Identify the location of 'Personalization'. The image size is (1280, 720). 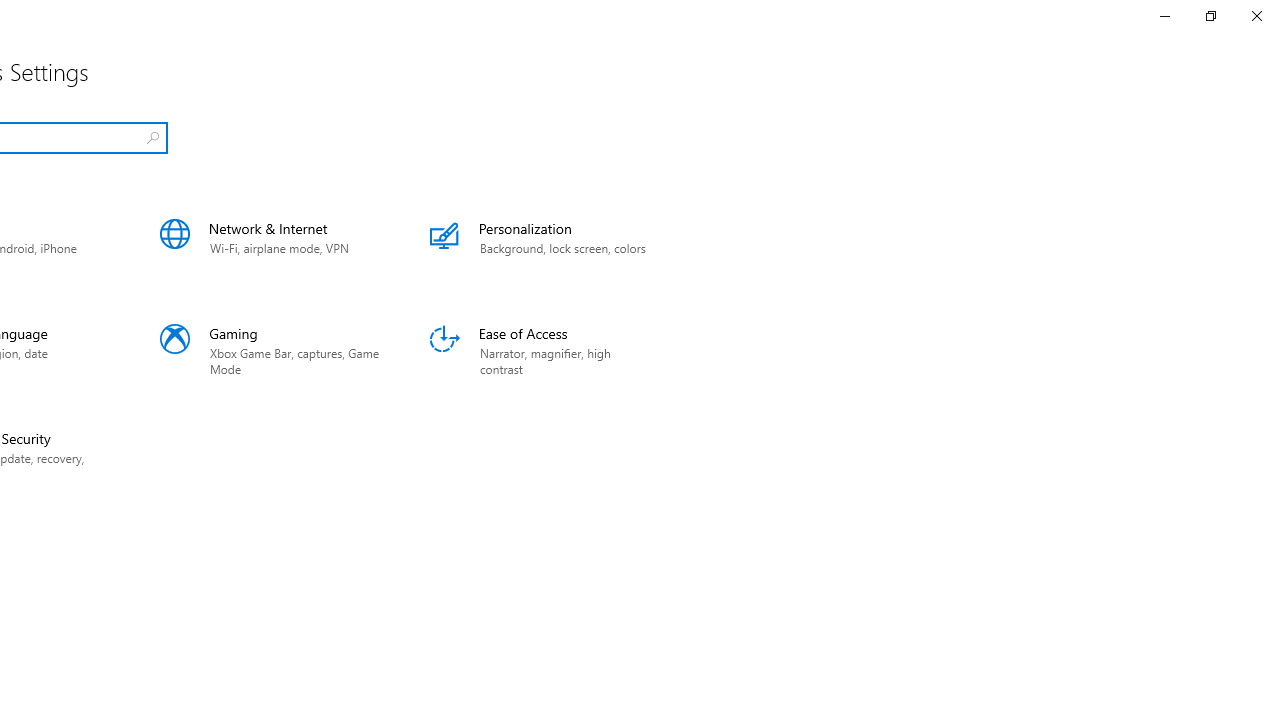
(540, 245).